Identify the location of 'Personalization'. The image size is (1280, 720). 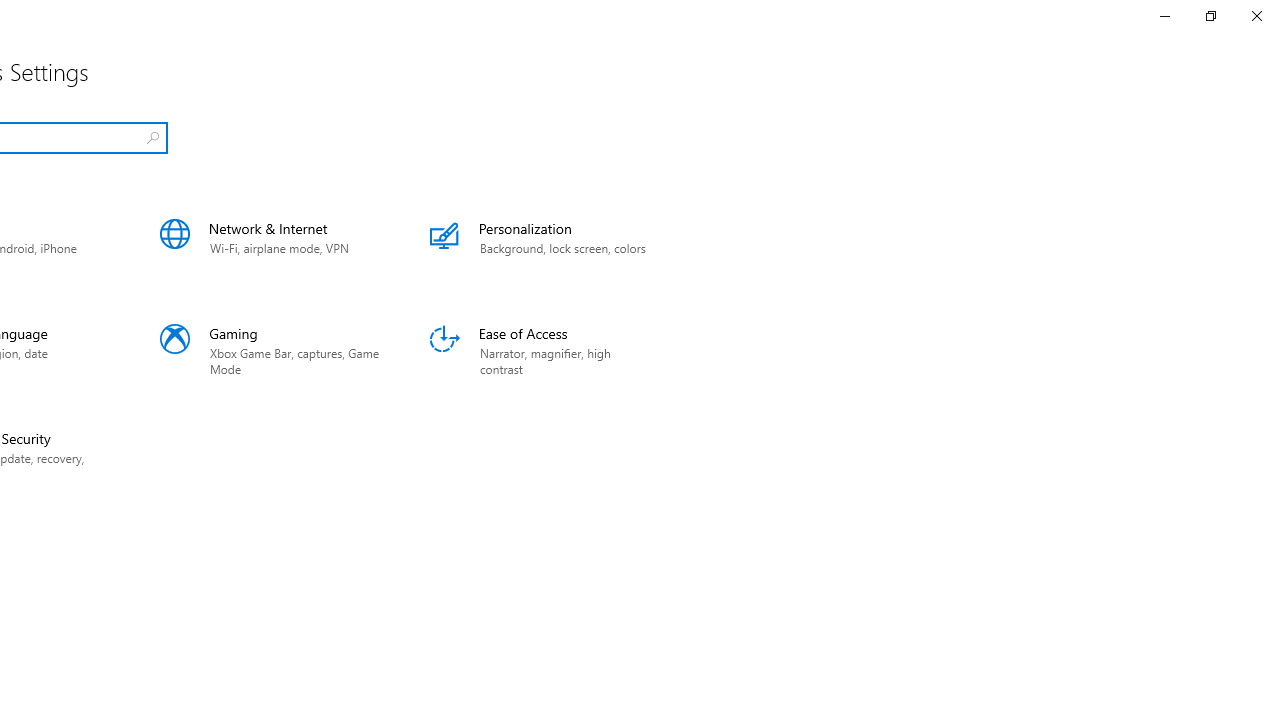
(540, 245).